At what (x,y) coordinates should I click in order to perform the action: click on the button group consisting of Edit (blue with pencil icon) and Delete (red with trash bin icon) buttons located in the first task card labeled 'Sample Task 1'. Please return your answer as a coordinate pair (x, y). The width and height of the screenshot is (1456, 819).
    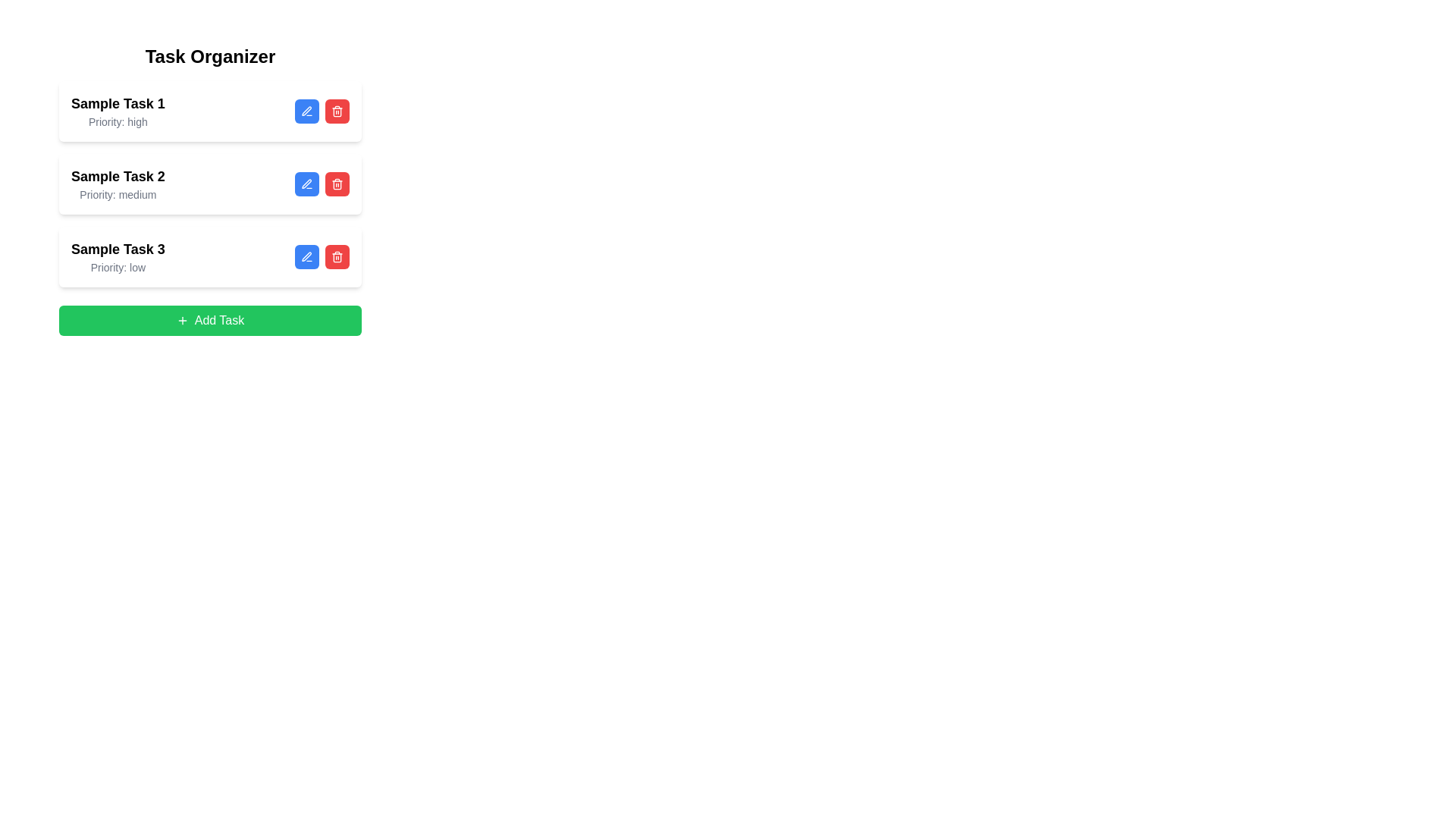
    Looking at the image, I should click on (322, 110).